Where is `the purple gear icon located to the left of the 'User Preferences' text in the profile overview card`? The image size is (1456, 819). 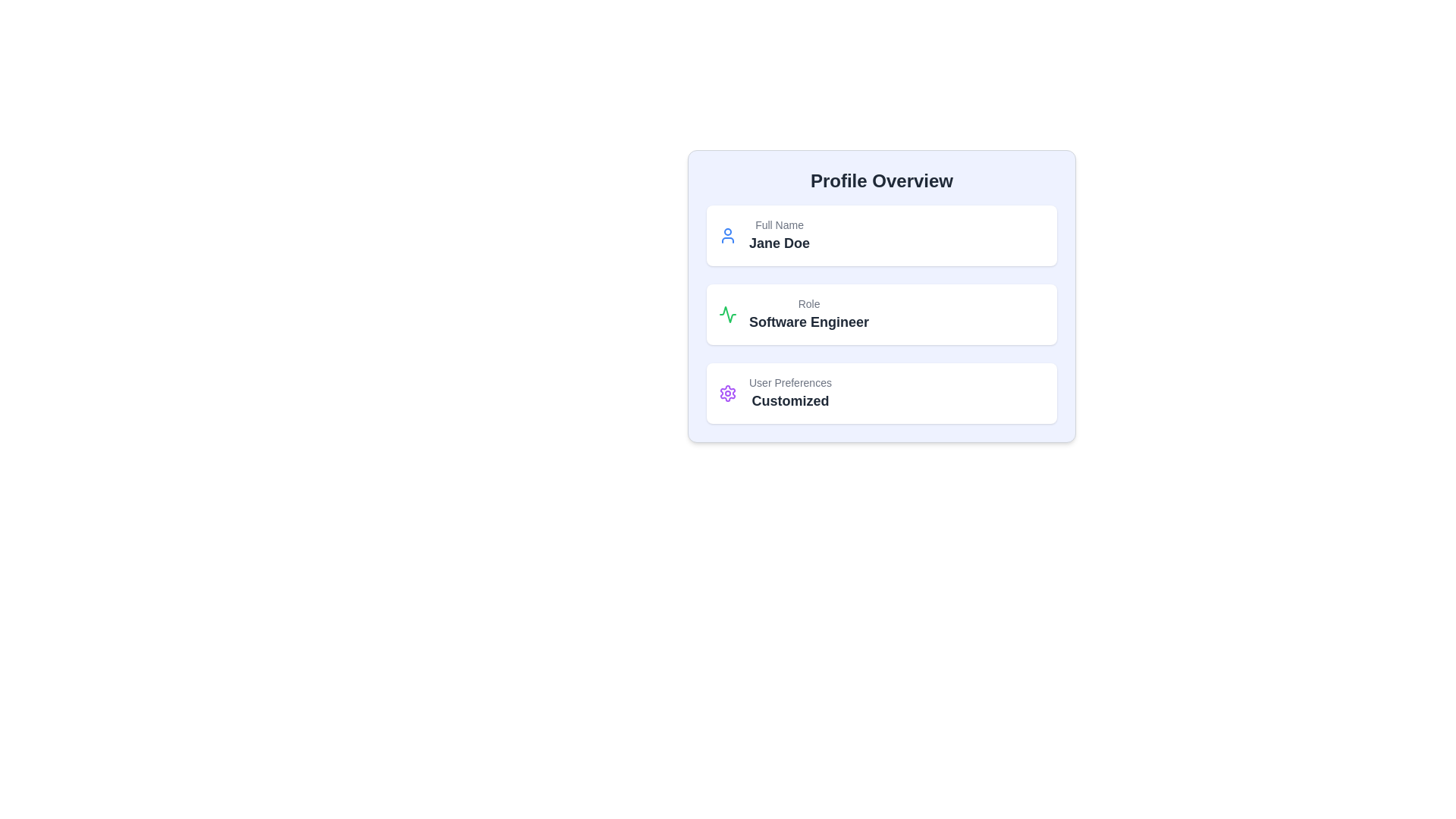
the purple gear icon located to the left of the 'User Preferences' text in the profile overview card is located at coordinates (728, 393).